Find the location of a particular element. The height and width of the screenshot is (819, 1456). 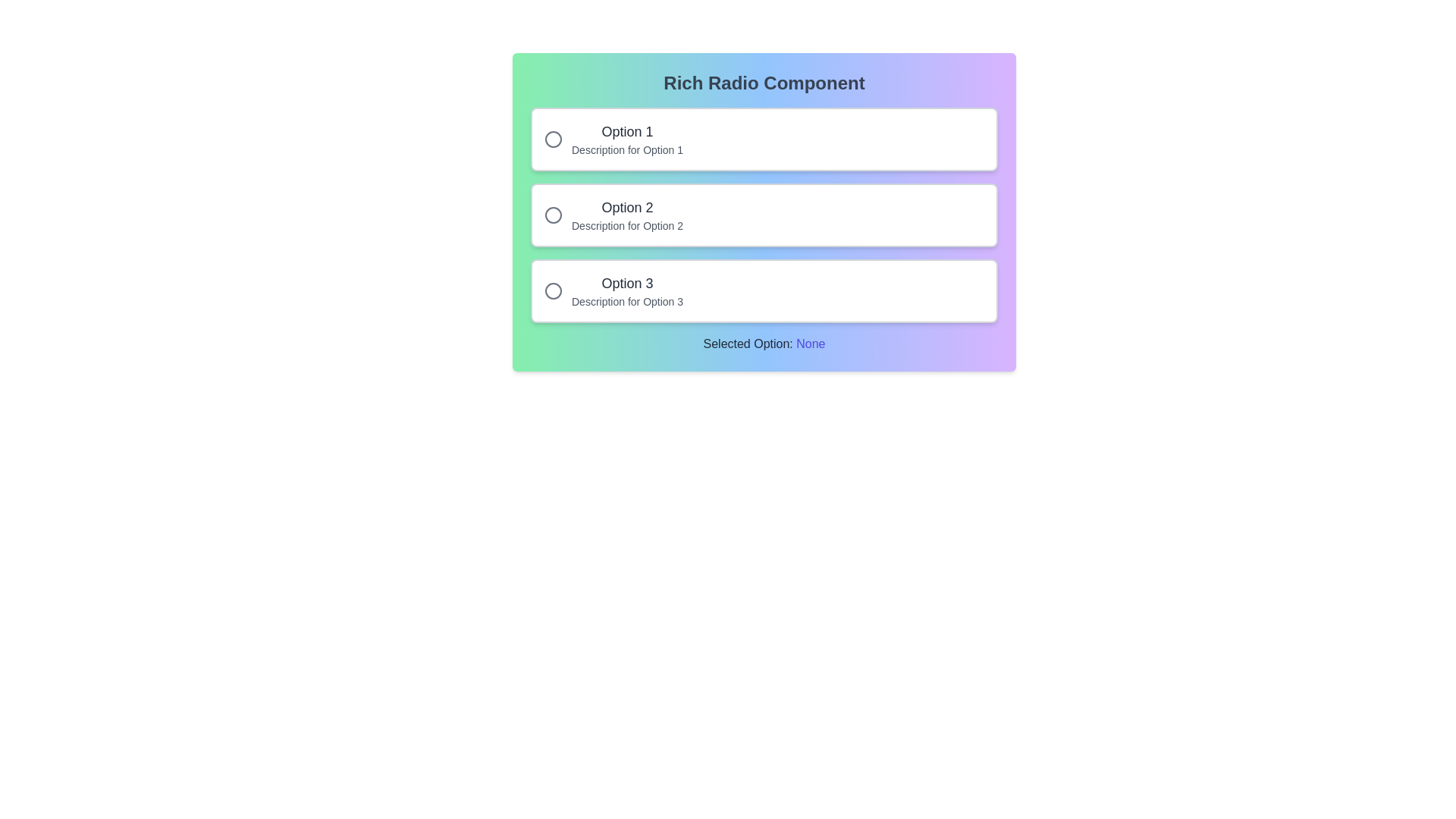

the interactive radio button group component by is located at coordinates (764, 212).